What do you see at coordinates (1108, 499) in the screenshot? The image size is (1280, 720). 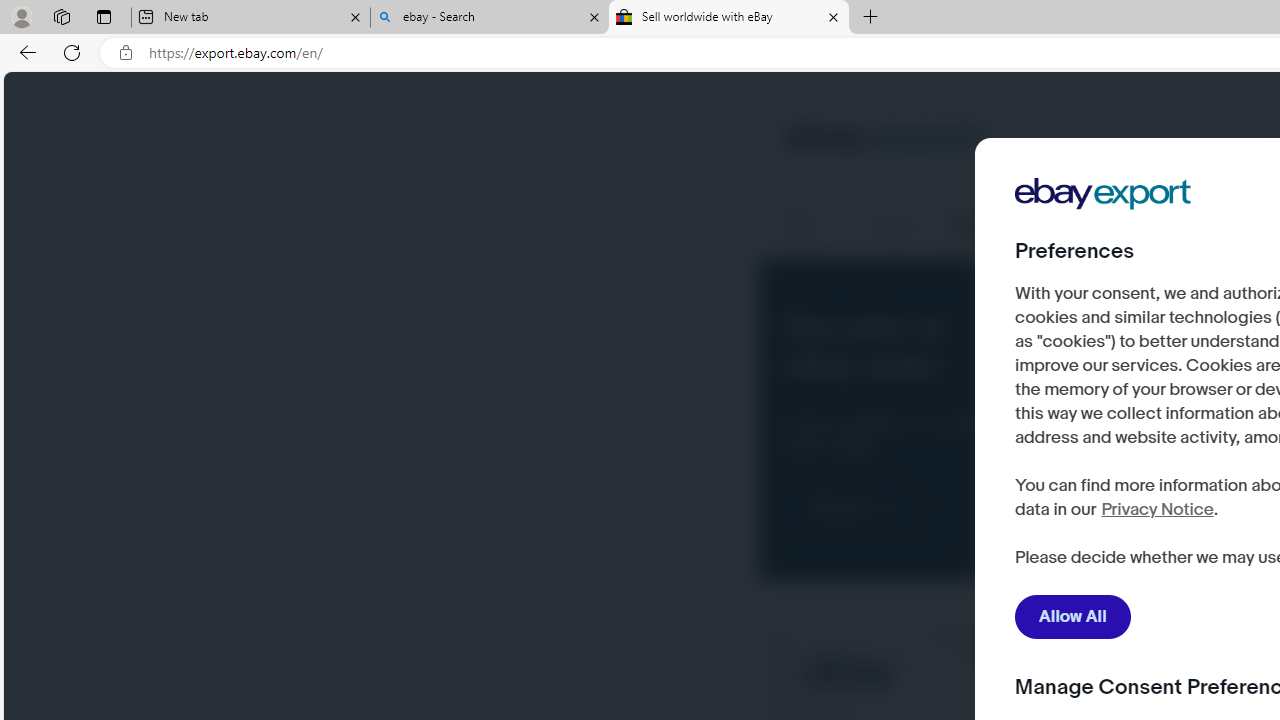 I see `'here'` at bounding box center [1108, 499].